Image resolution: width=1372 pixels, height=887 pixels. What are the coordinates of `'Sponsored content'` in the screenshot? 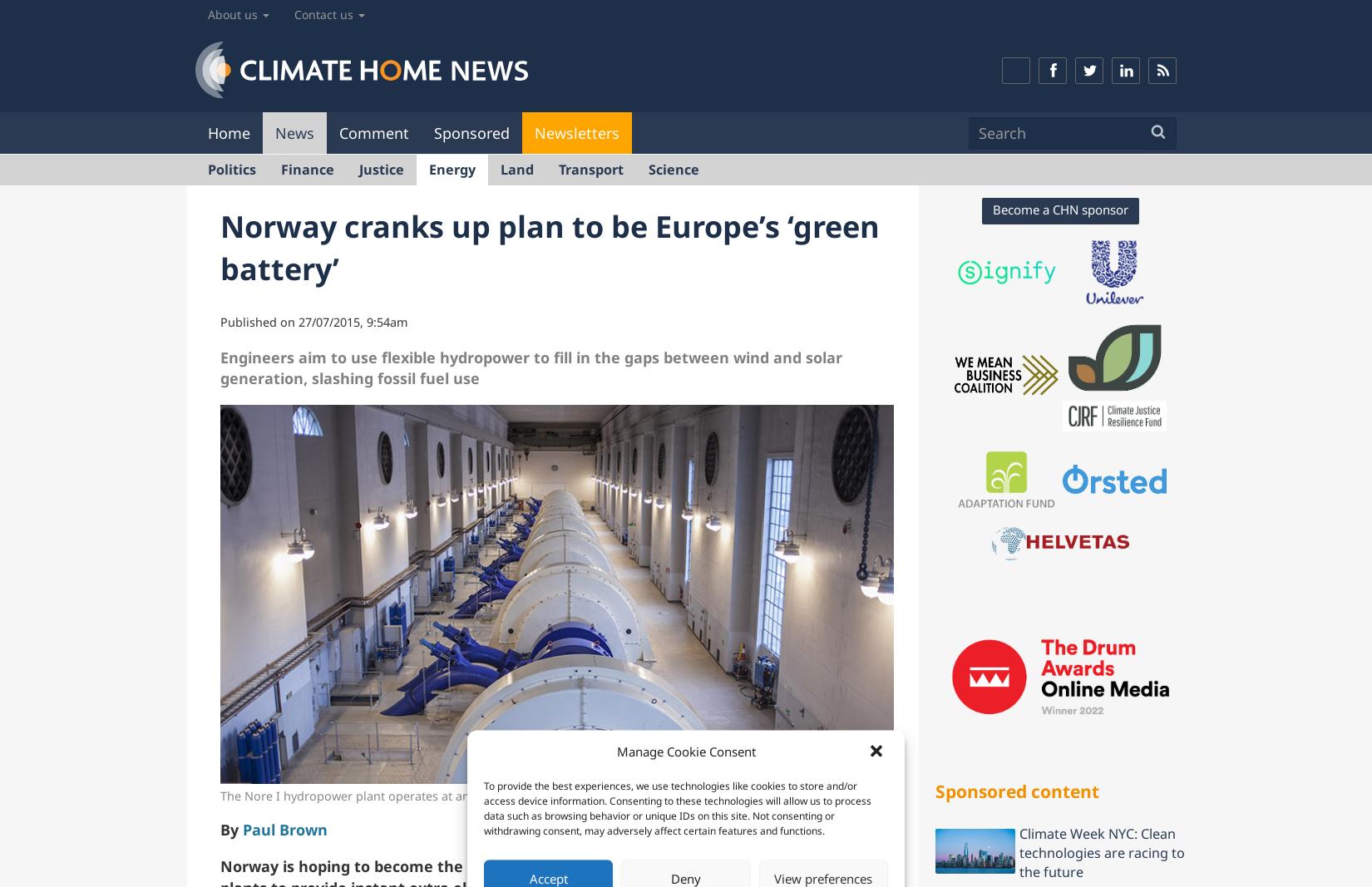 It's located at (1017, 790).